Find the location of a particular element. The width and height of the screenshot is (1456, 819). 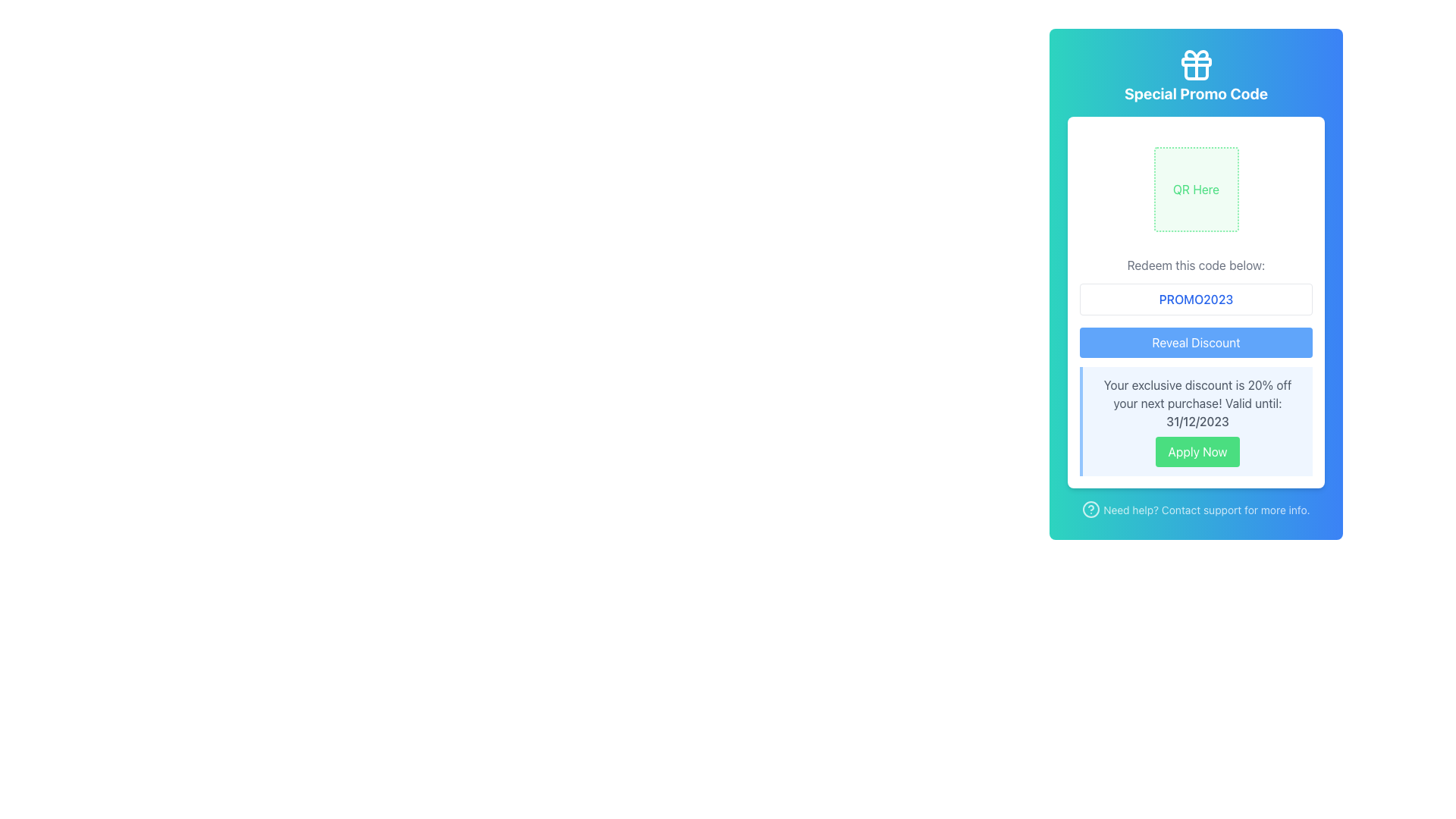

the informational help icon located at the bottom-left side of the footer section, aligned horizontally with the 'Need help? Contact support for more info.' text is located at coordinates (1090, 509).